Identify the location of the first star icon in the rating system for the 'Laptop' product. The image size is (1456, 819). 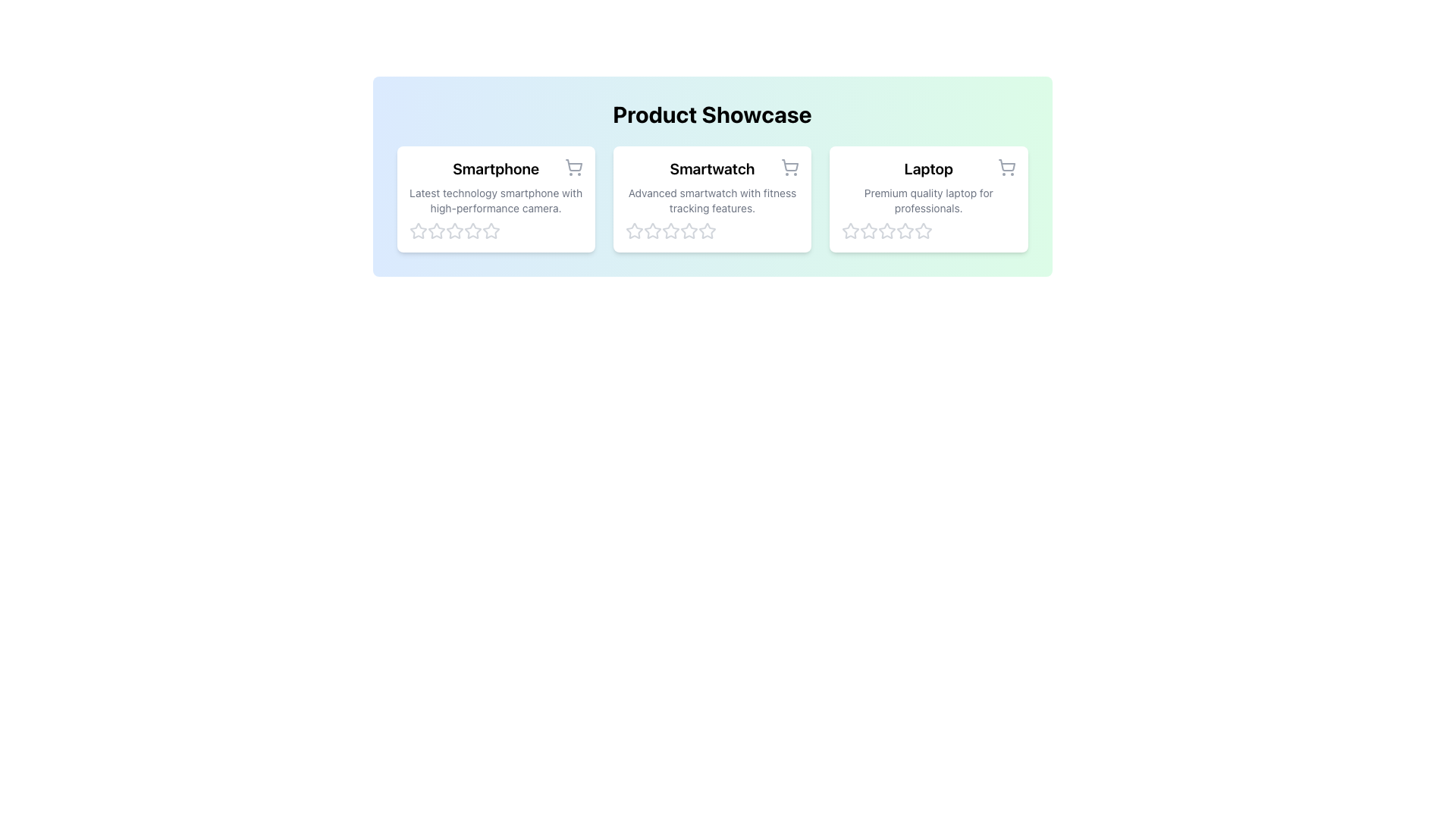
(851, 231).